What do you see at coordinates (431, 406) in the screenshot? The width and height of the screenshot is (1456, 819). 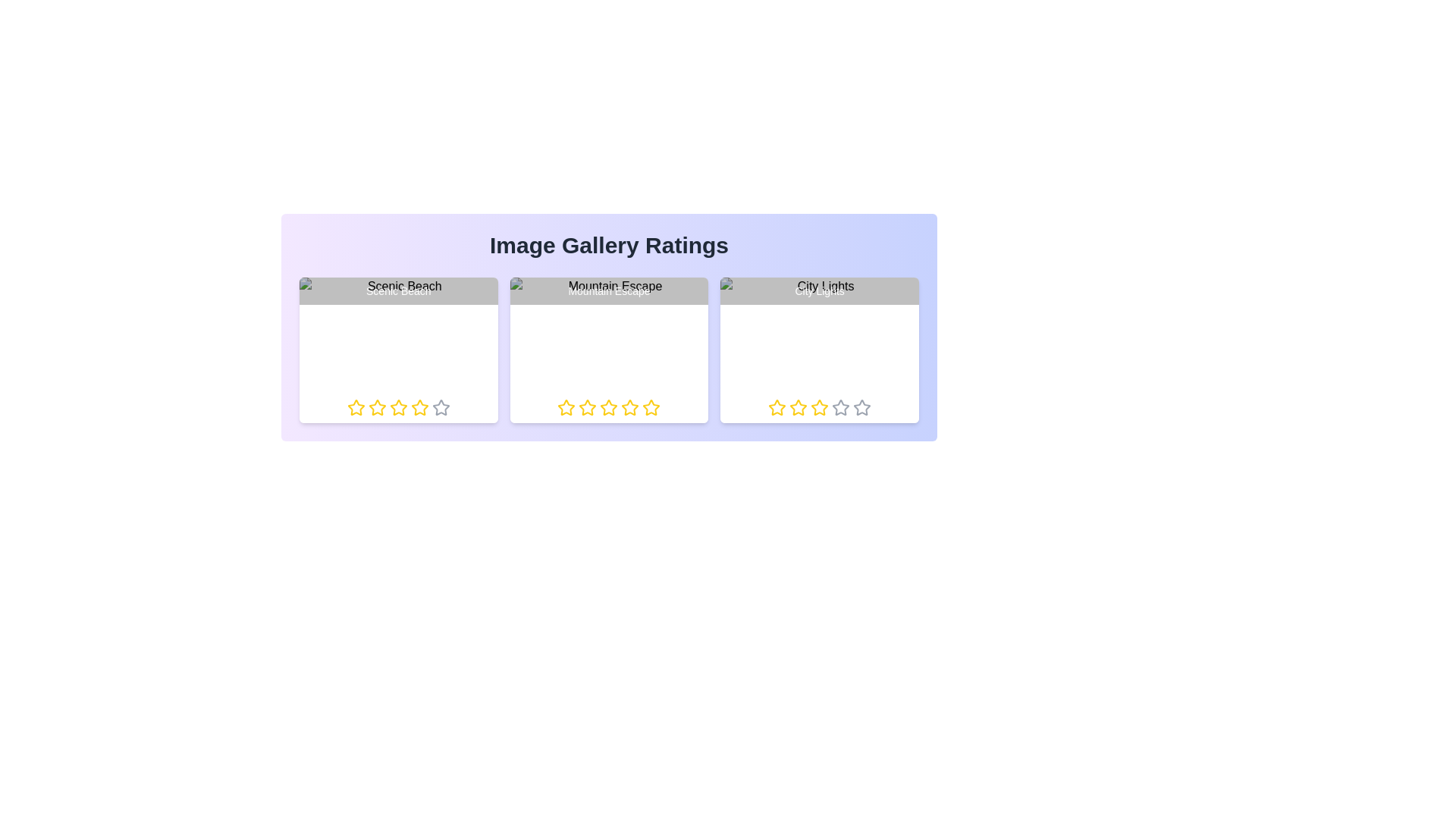 I see `the rating for the image titled 'Scenic Beach' to 5 stars` at bounding box center [431, 406].